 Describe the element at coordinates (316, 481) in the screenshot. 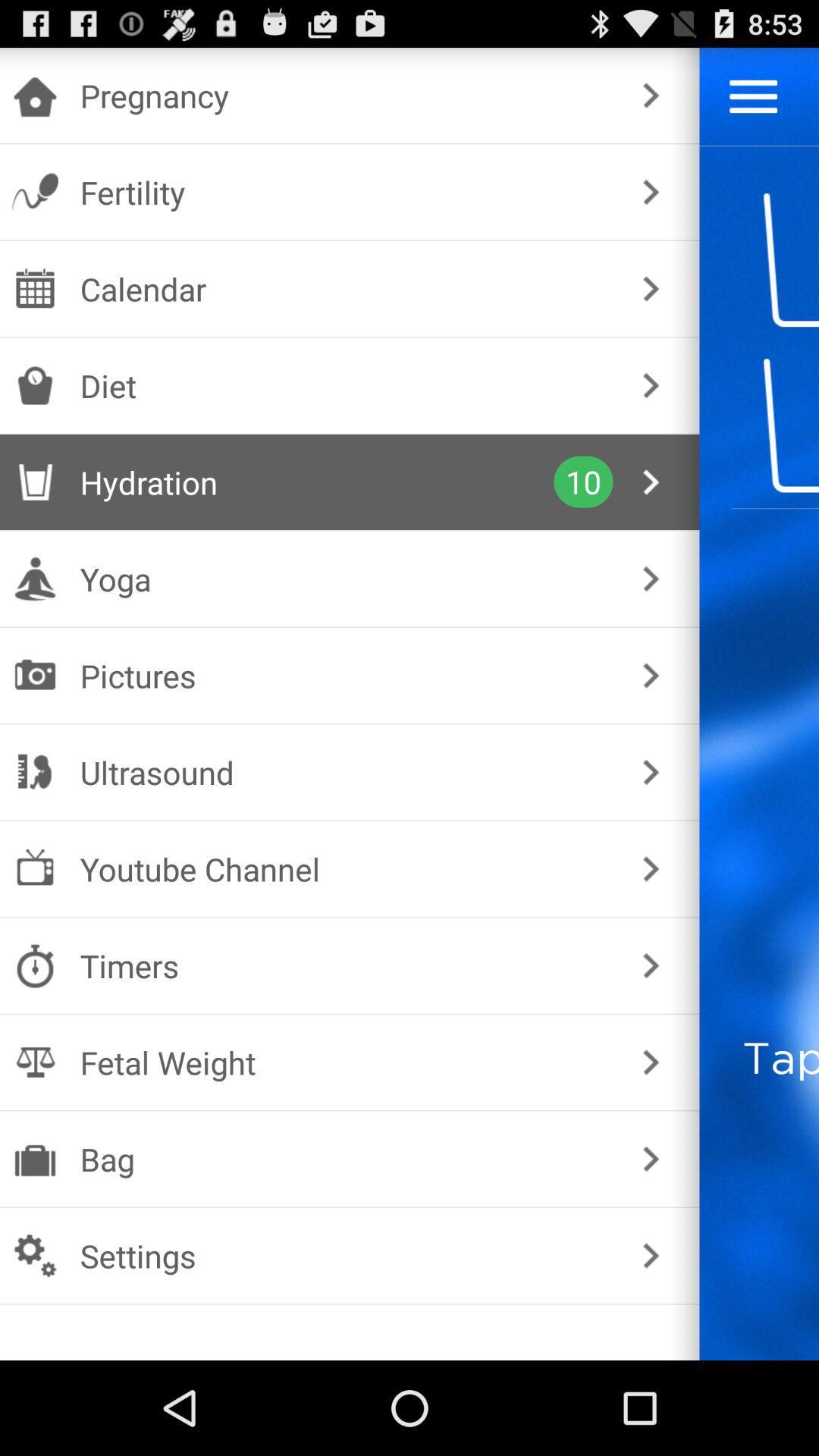

I see `the icon to the left of the 10` at that location.